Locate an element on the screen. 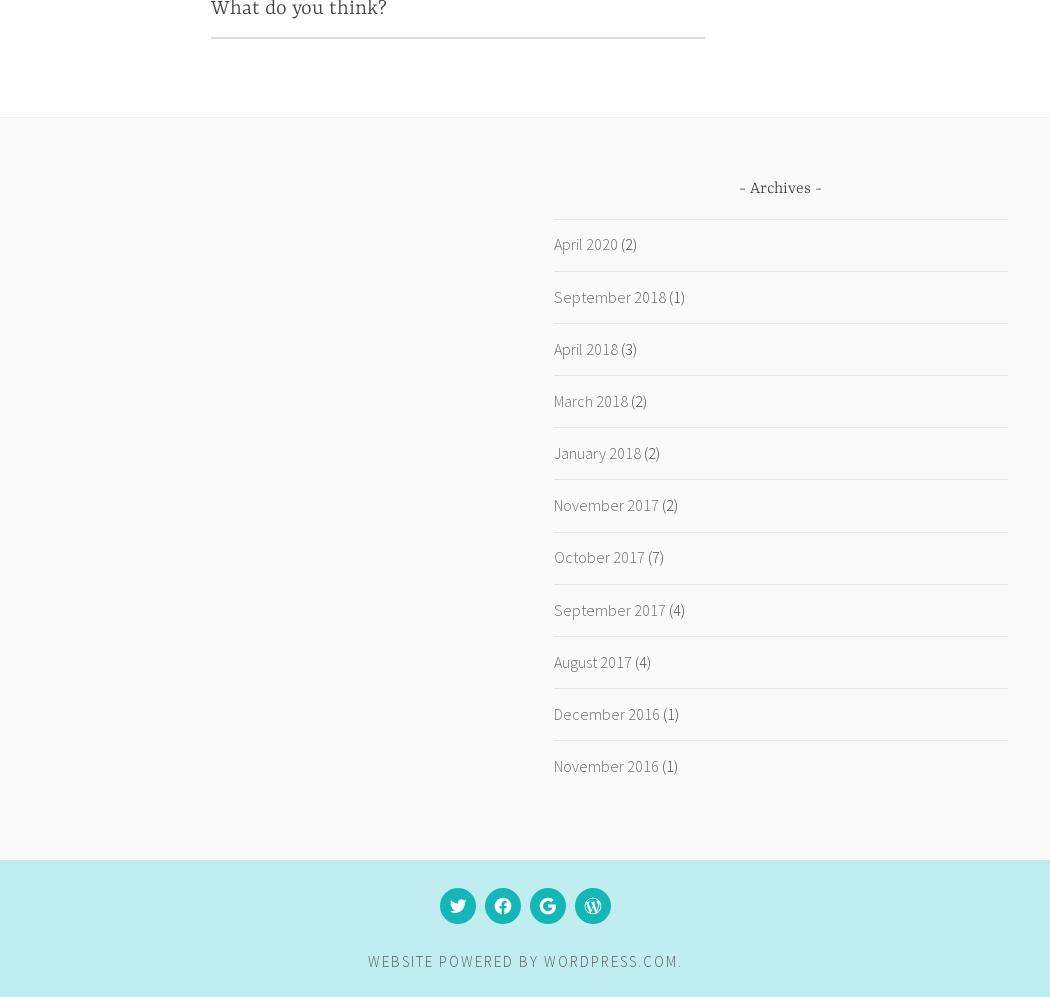  'Website Powered by WordPress.com' is located at coordinates (520, 960).